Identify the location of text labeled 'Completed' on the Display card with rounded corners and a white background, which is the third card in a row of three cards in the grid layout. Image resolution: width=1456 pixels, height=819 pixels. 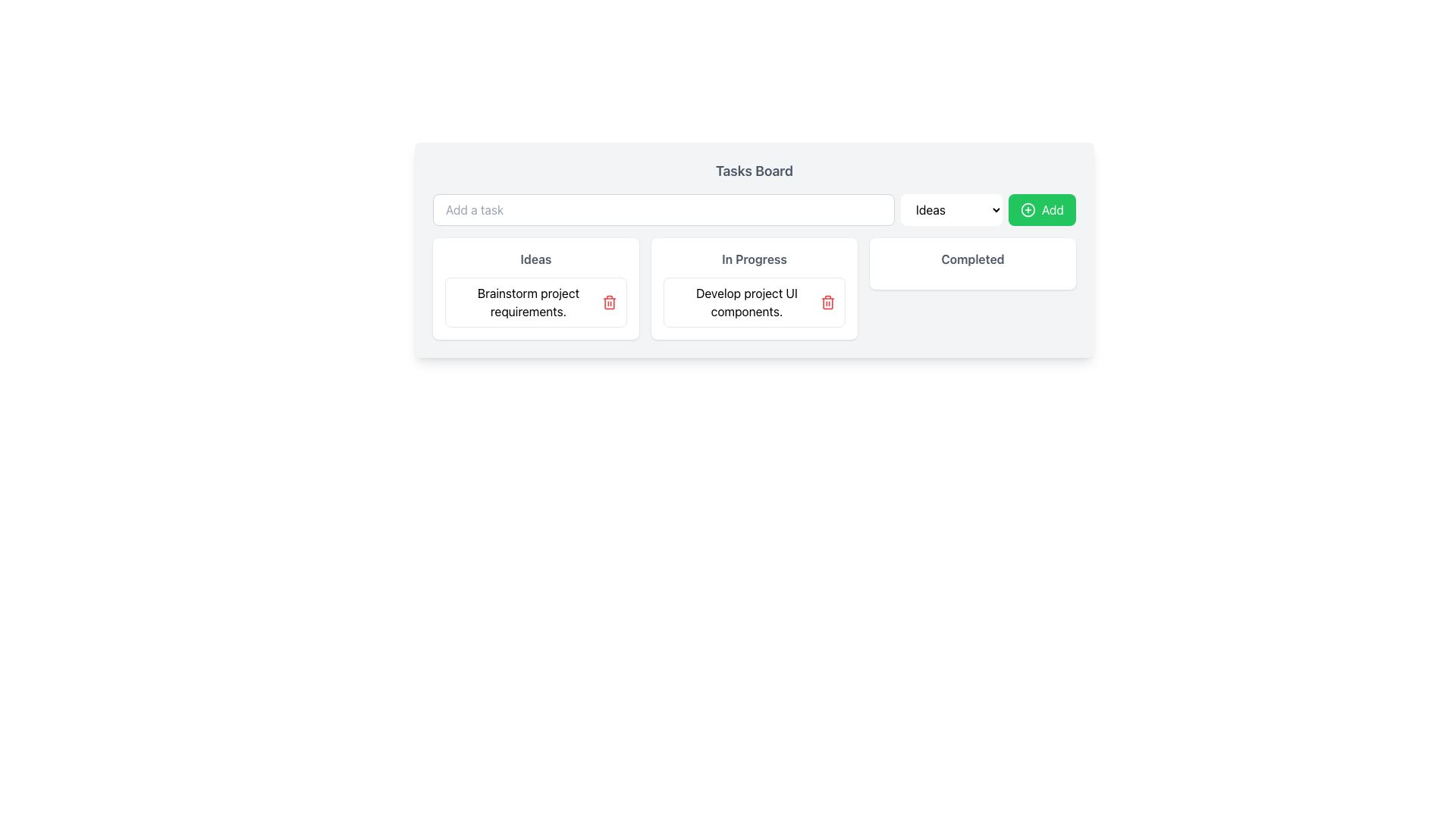
(972, 262).